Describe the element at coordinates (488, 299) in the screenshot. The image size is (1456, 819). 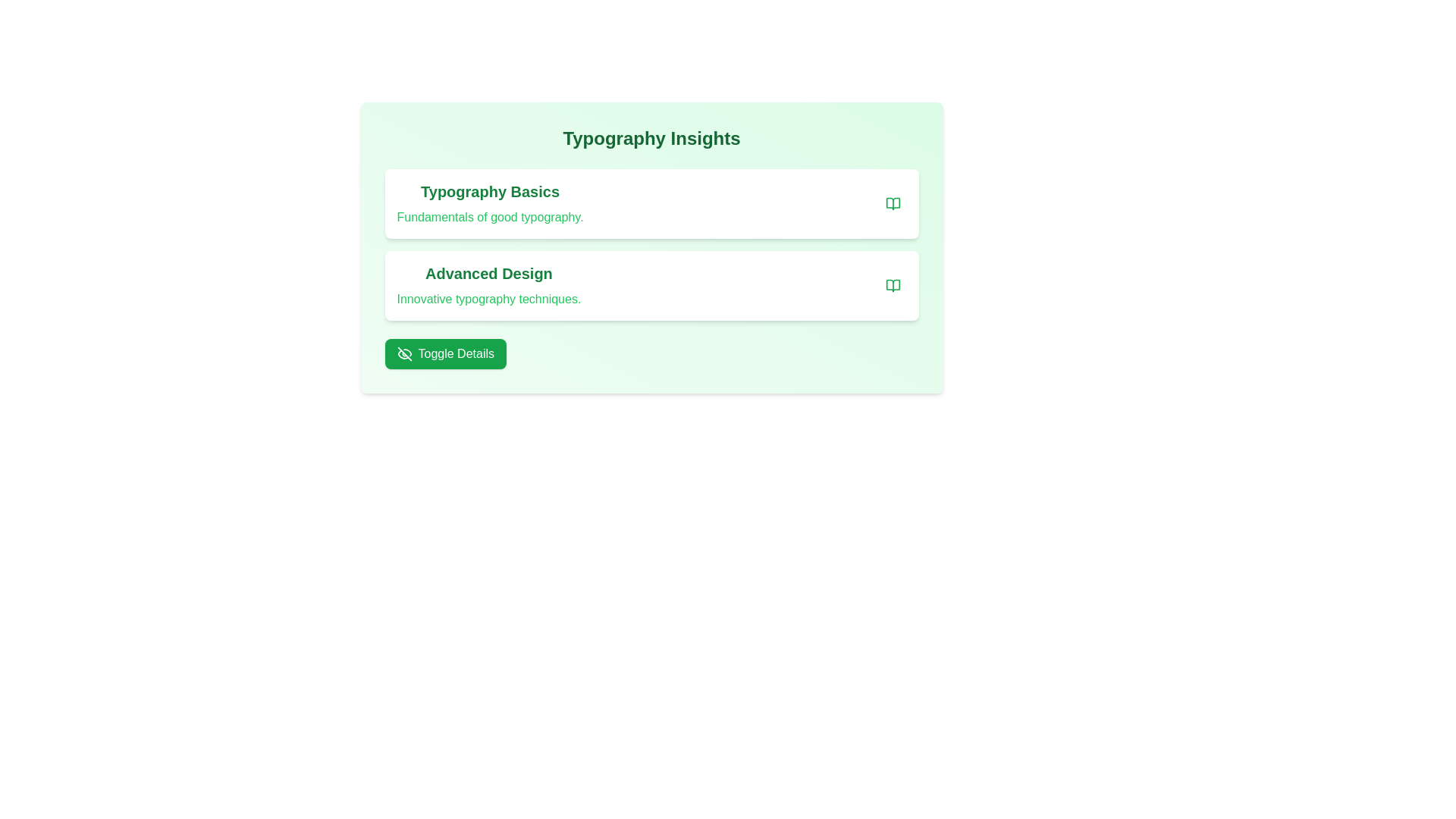
I see `the descriptive text label located below the 'Advanced Design' title in the 'Typography Insights' panel` at that location.